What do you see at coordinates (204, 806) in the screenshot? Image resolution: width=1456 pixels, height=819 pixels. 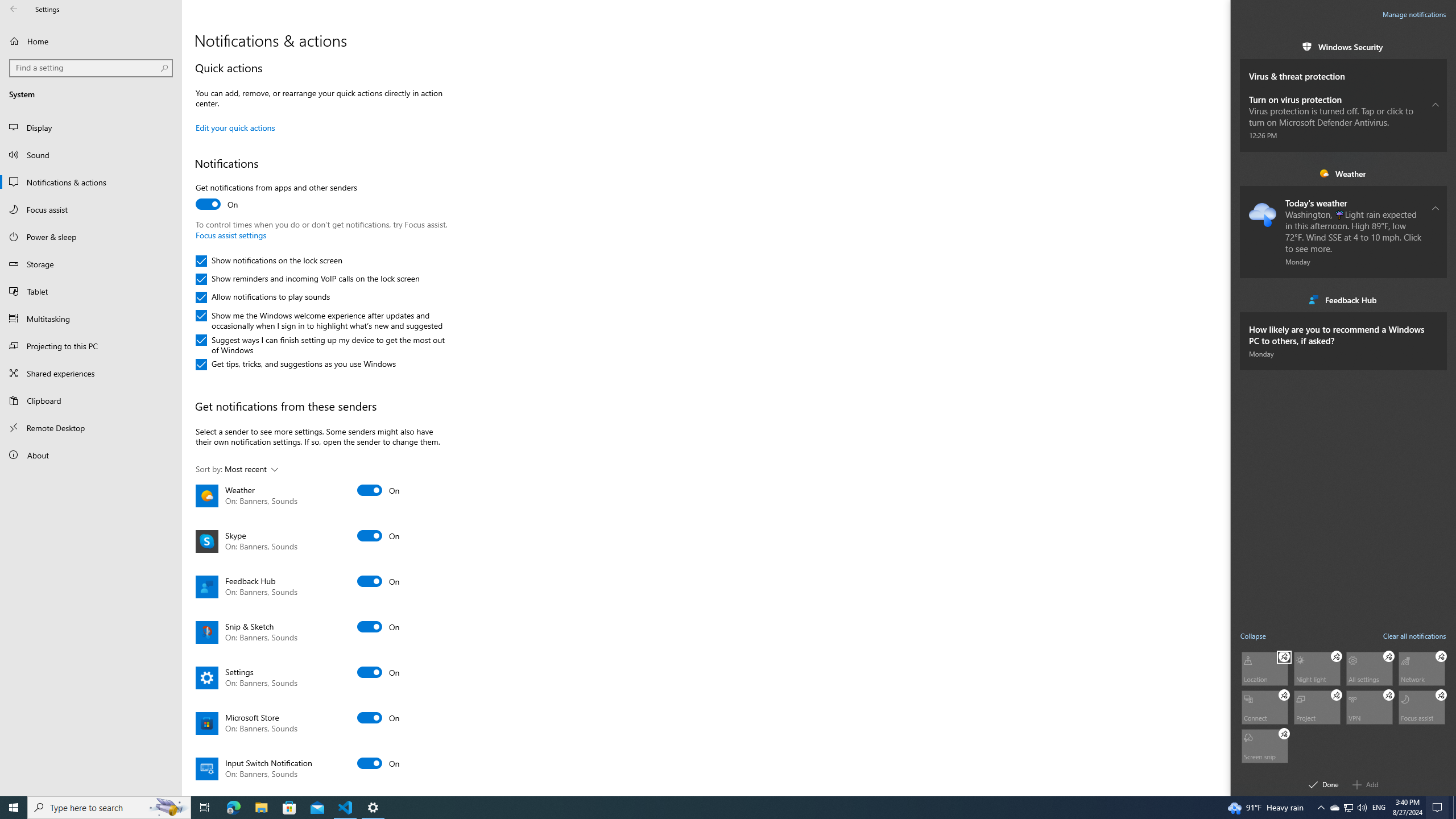 I see `'Task View'` at bounding box center [204, 806].